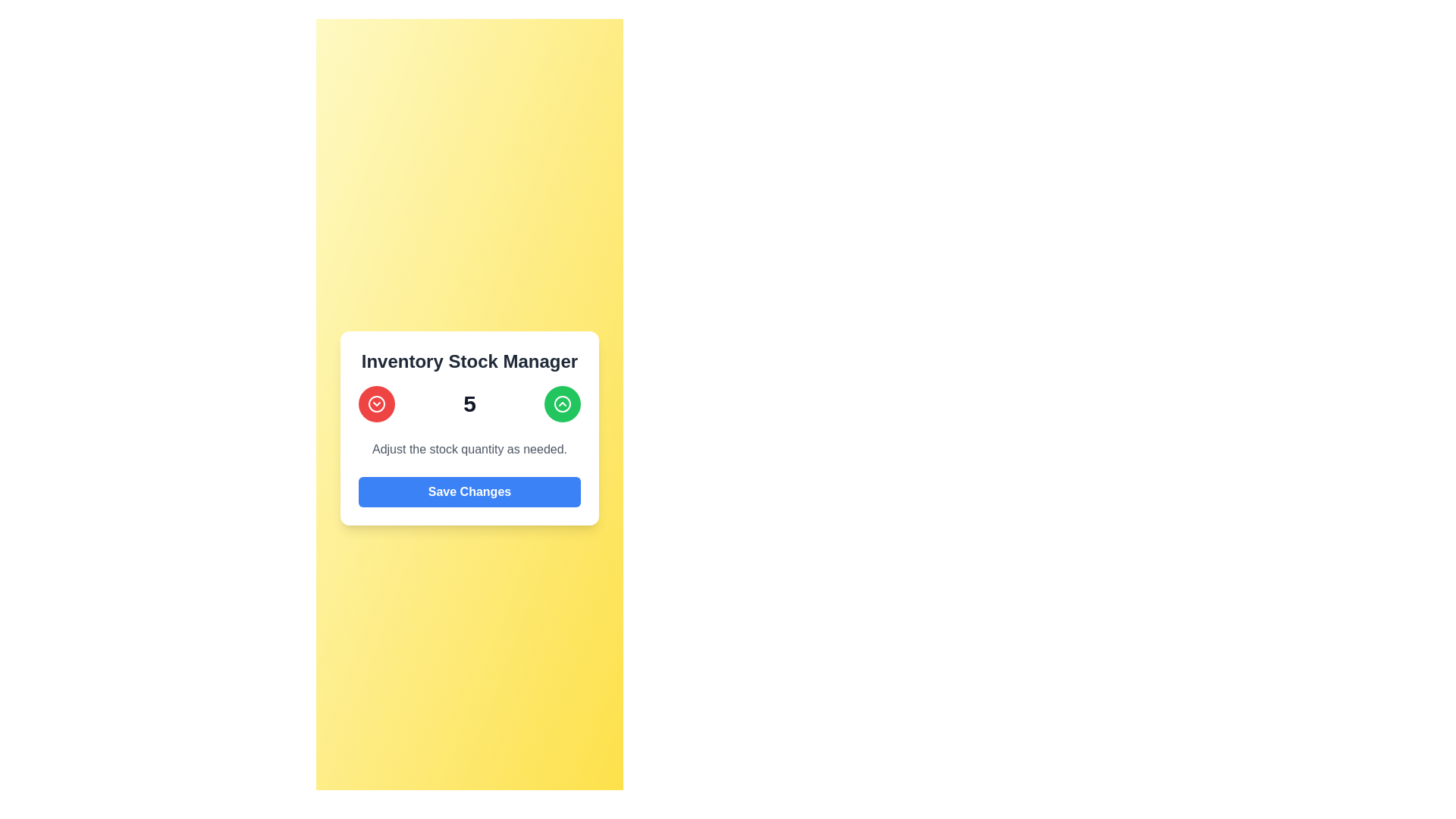 The height and width of the screenshot is (819, 1456). What do you see at coordinates (377, 403) in the screenshot?
I see `the circular button with a red background and white chevron-down icon for accessibility purposes` at bounding box center [377, 403].